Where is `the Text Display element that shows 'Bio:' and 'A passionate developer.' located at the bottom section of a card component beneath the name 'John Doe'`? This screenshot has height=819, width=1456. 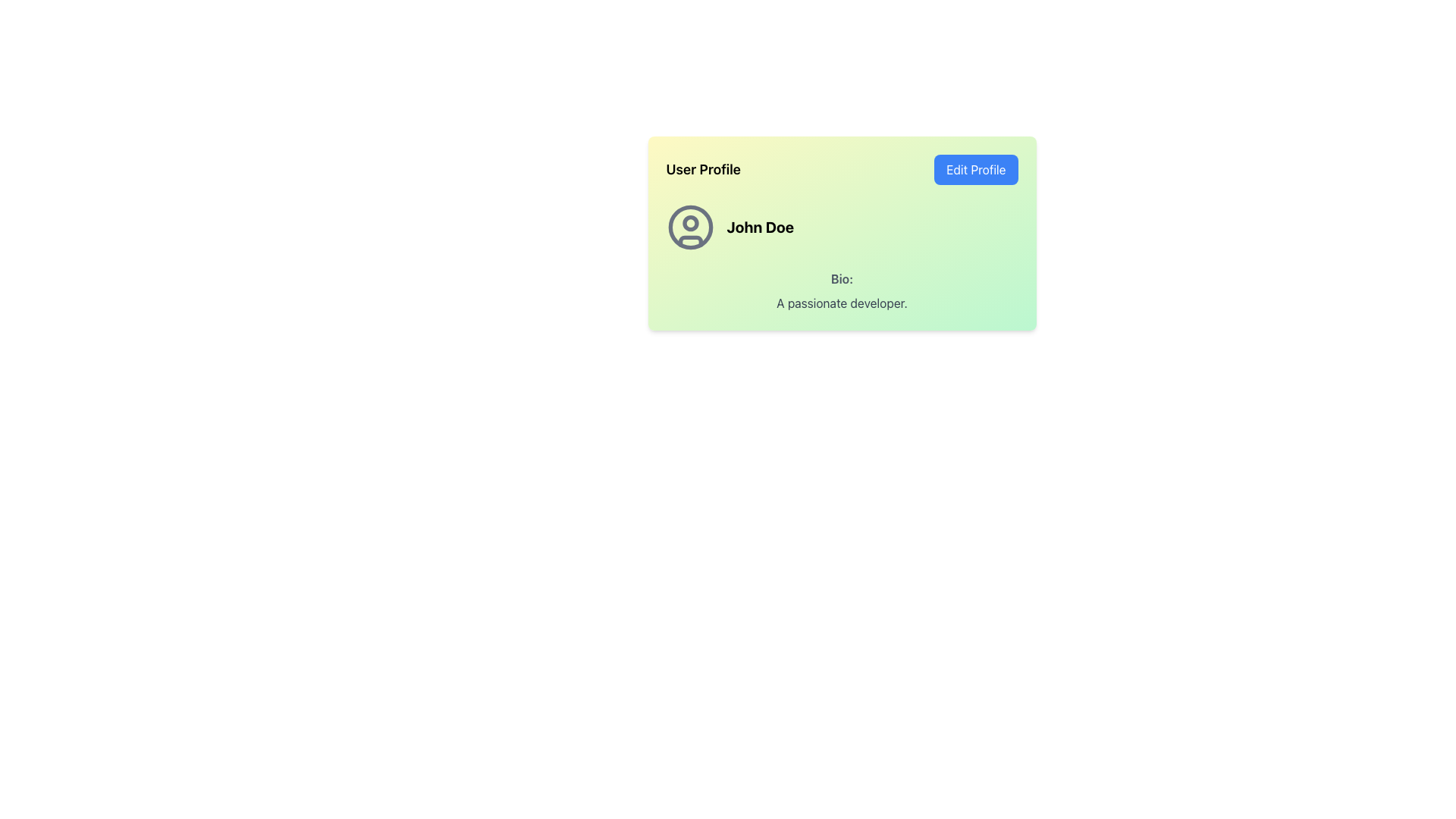 the Text Display element that shows 'Bio:' and 'A passionate developer.' located at the bottom section of a card component beneath the name 'John Doe' is located at coordinates (841, 291).